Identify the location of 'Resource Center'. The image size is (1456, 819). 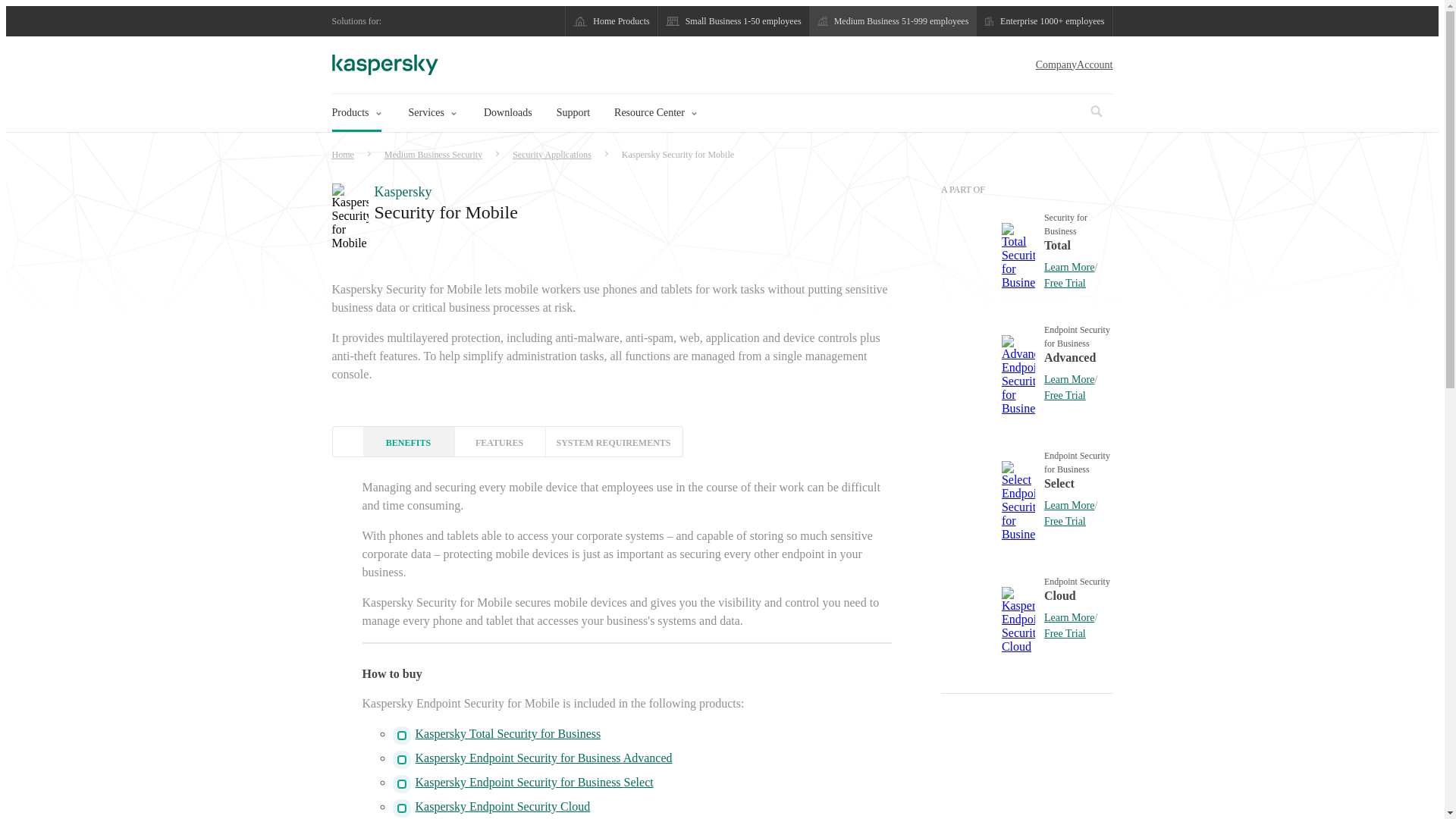
(614, 112).